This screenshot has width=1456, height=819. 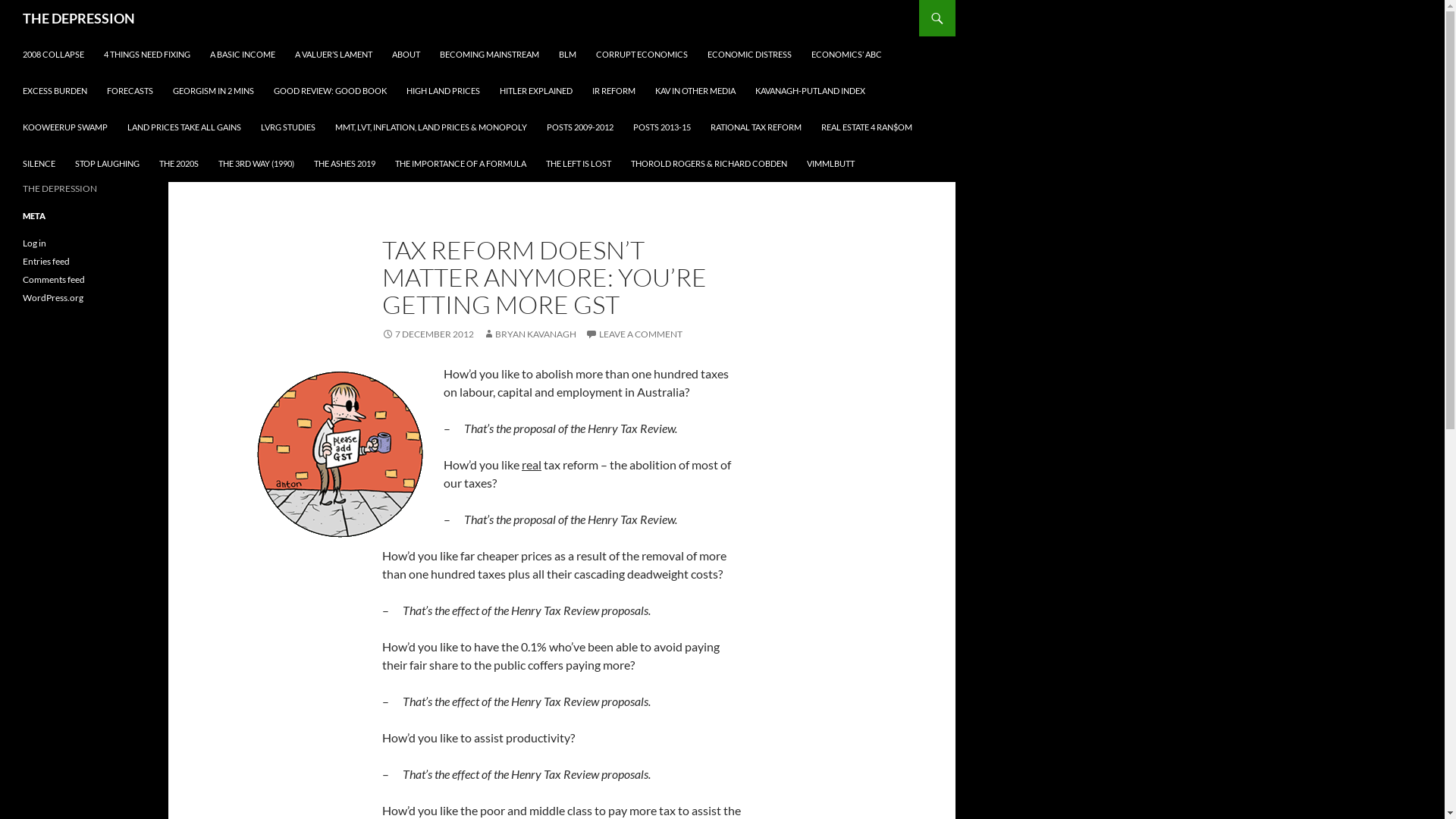 What do you see at coordinates (430, 127) in the screenshot?
I see `'MMT, LVT, INFLATION, LAND PRICES & MONOPOLY'` at bounding box center [430, 127].